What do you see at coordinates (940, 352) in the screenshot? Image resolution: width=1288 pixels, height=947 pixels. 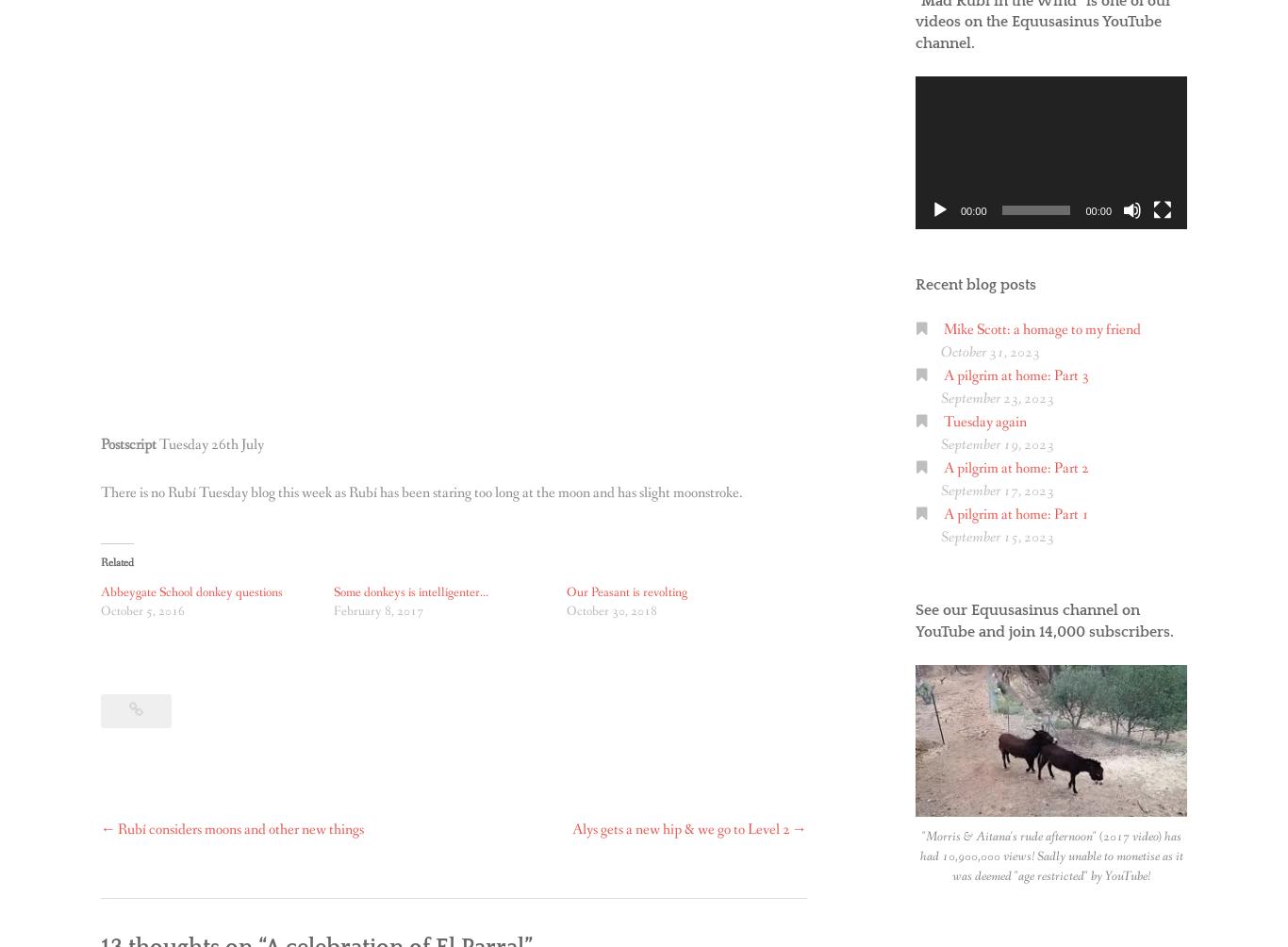 I see `'October 31, 2023'` at bounding box center [940, 352].